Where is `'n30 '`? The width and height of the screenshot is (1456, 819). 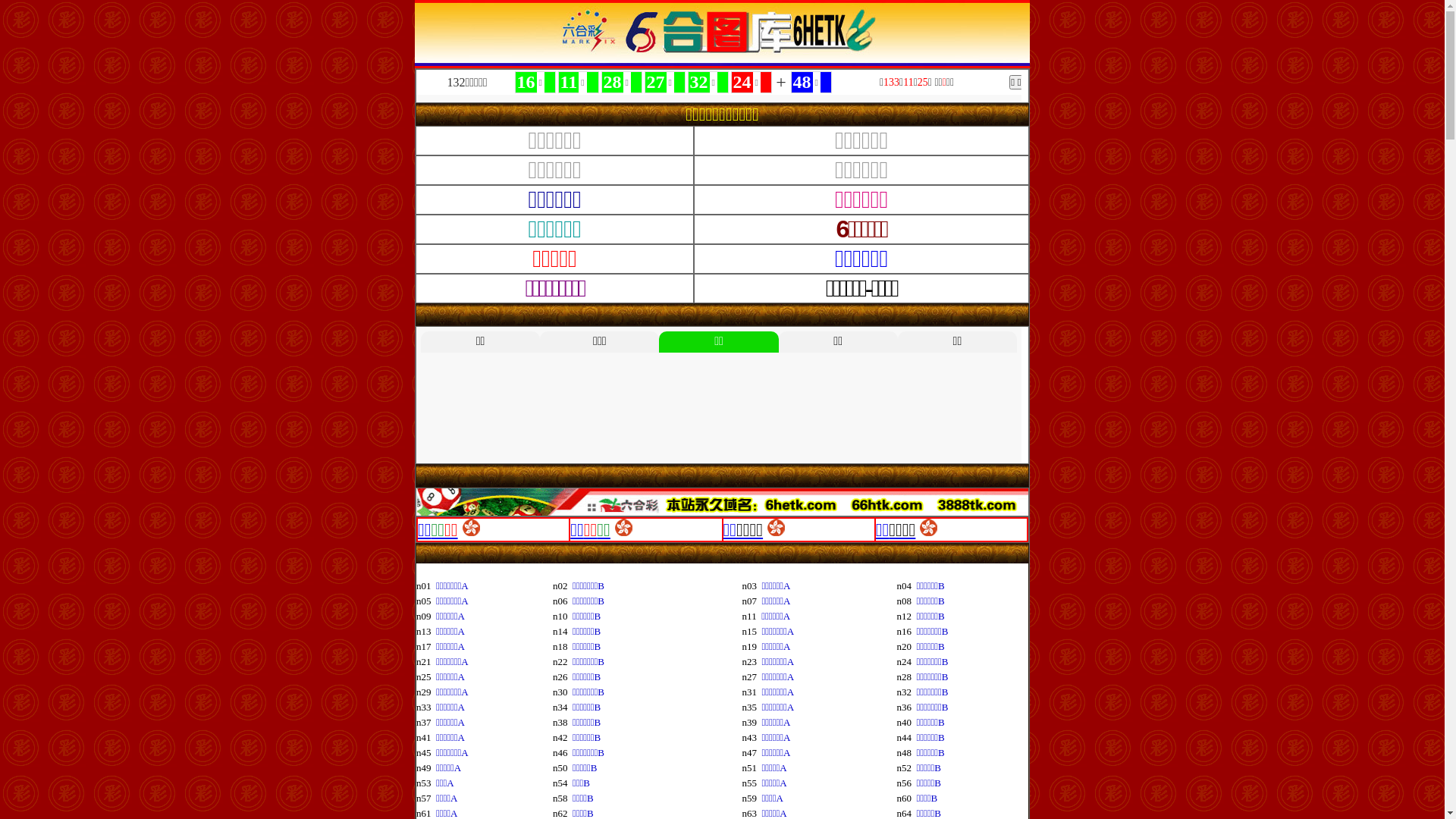
'n30 ' is located at coordinates (562, 692).